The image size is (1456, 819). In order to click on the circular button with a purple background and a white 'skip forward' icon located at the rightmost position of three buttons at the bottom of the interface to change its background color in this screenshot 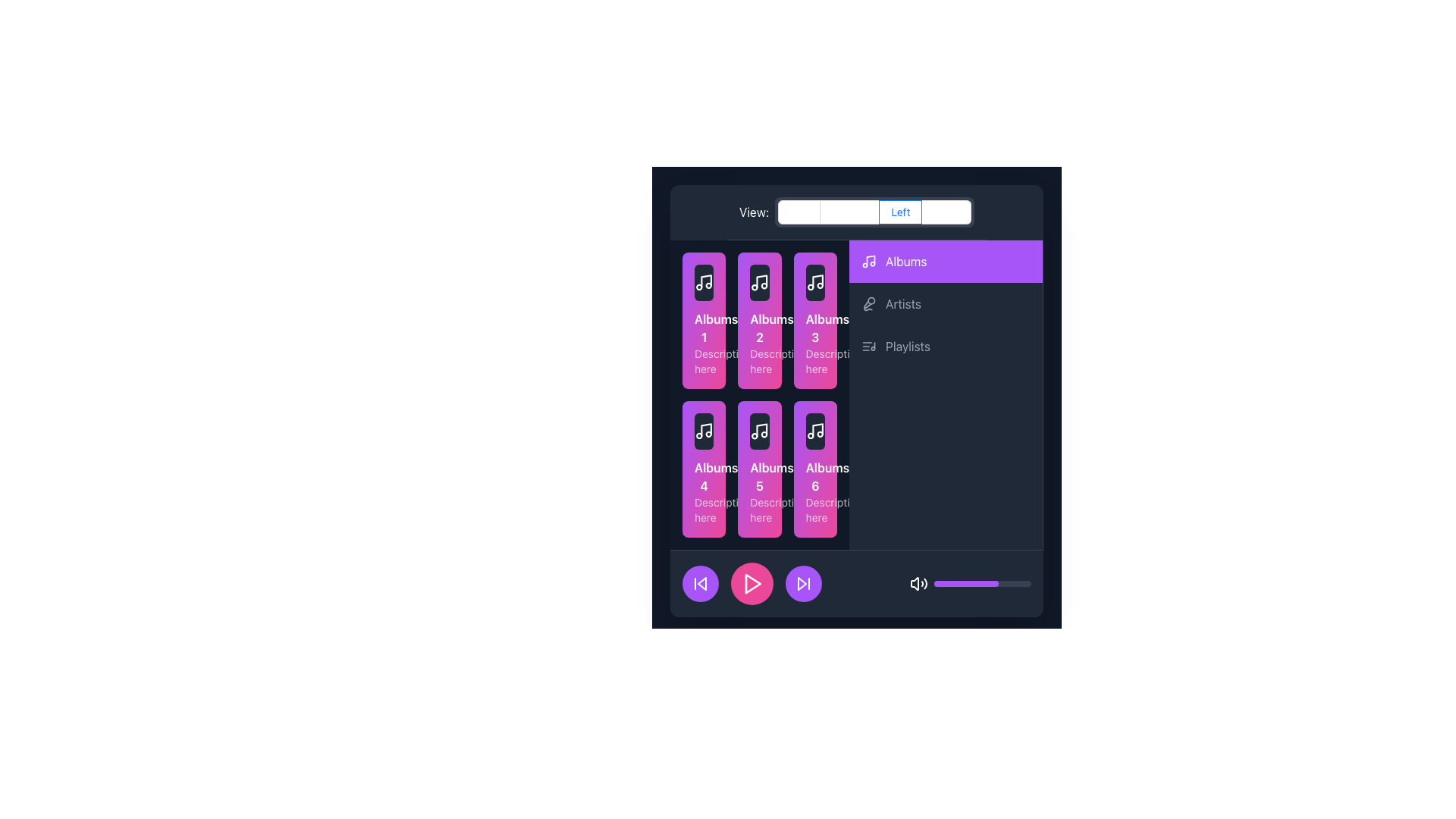, I will do `click(803, 583)`.